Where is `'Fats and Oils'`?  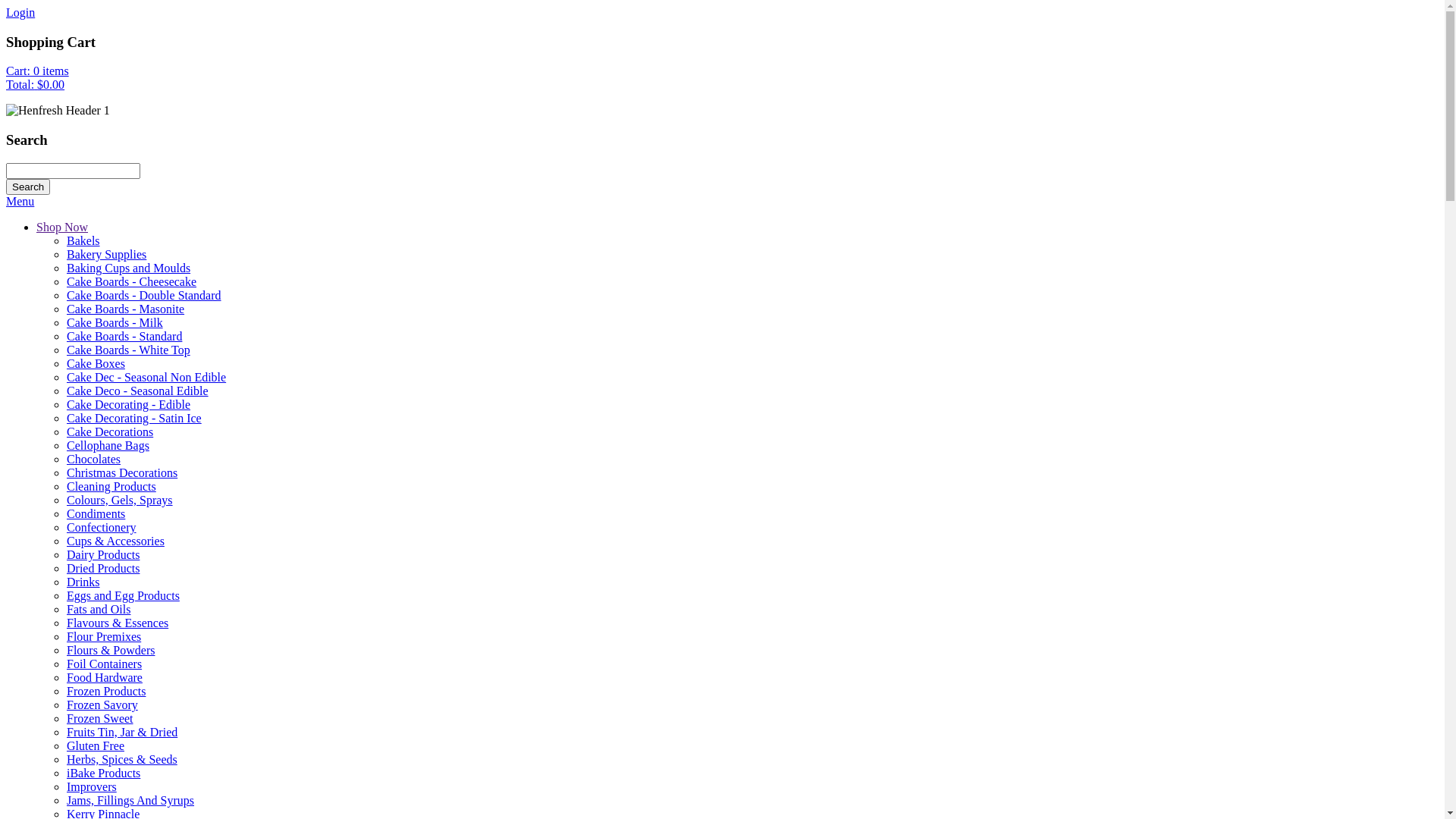 'Fats and Oils' is located at coordinates (65, 608).